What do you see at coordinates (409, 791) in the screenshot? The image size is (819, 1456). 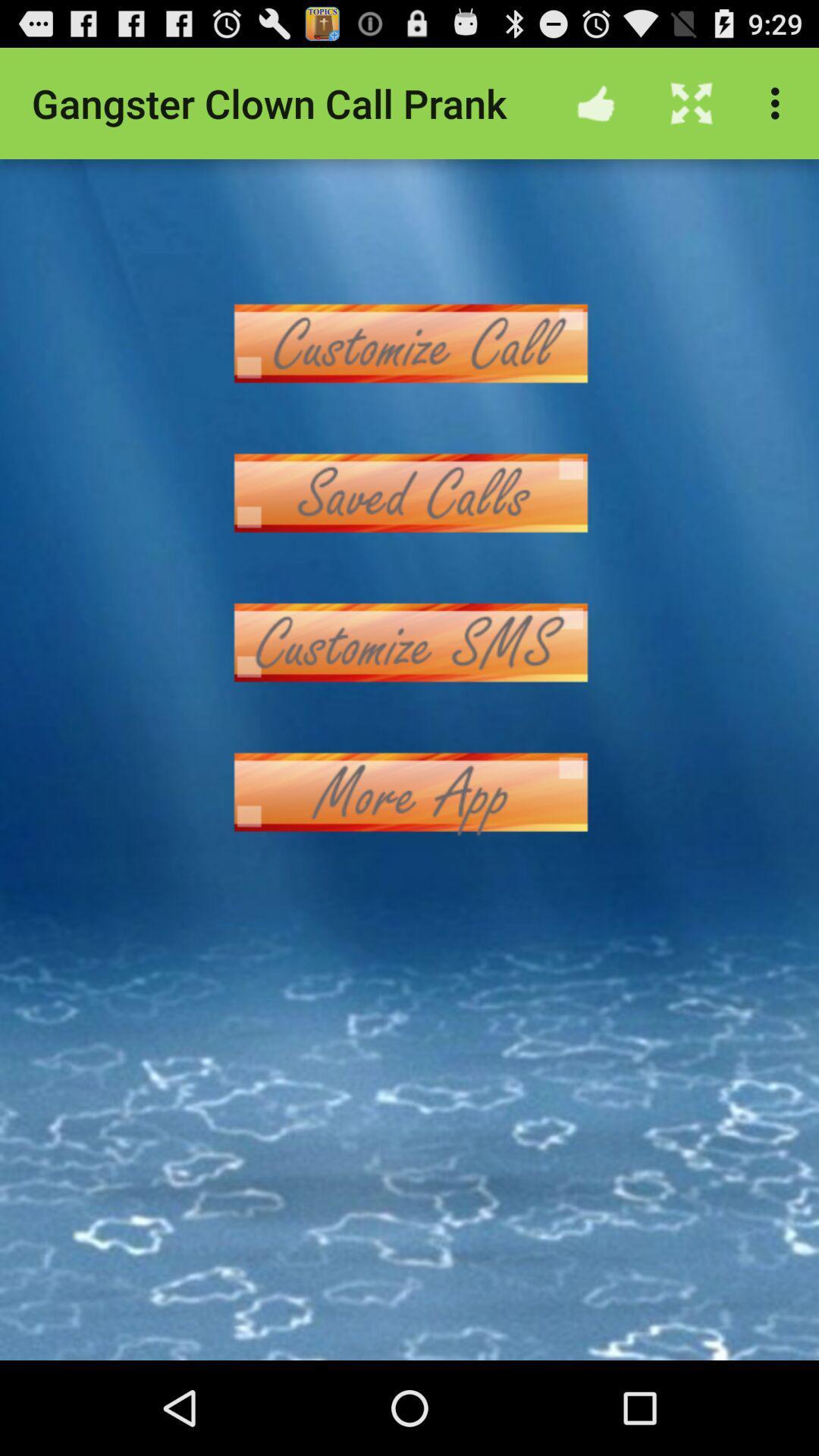 I see `option` at bounding box center [409, 791].